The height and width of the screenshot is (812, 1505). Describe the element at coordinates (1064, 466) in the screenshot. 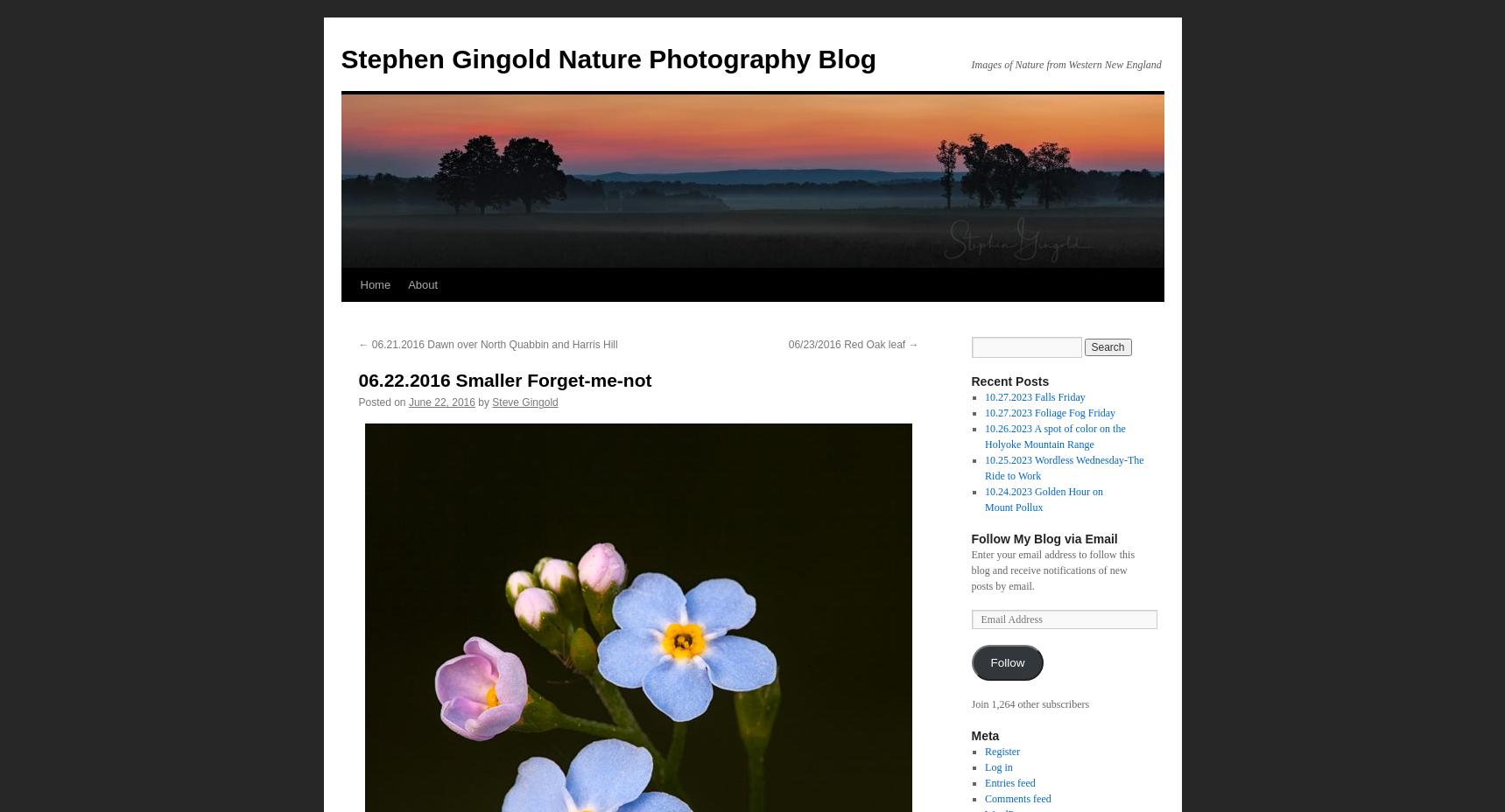

I see `'10.25.2023 Wordless Wednesday-The Ride to Work'` at that location.